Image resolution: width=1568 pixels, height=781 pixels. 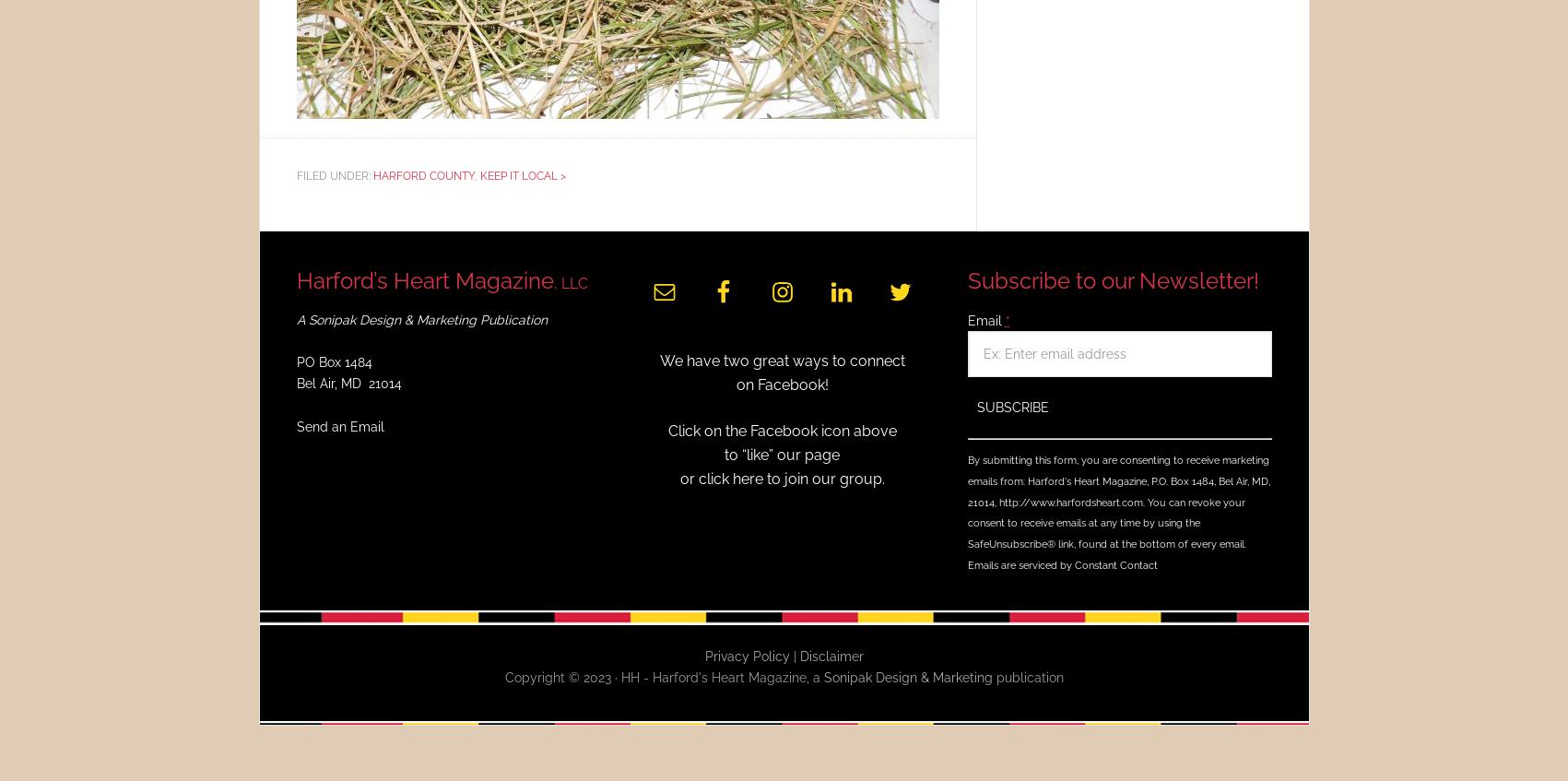 What do you see at coordinates (830, 655) in the screenshot?
I see `'Disclaimer'` at bounding box center [830, 655].